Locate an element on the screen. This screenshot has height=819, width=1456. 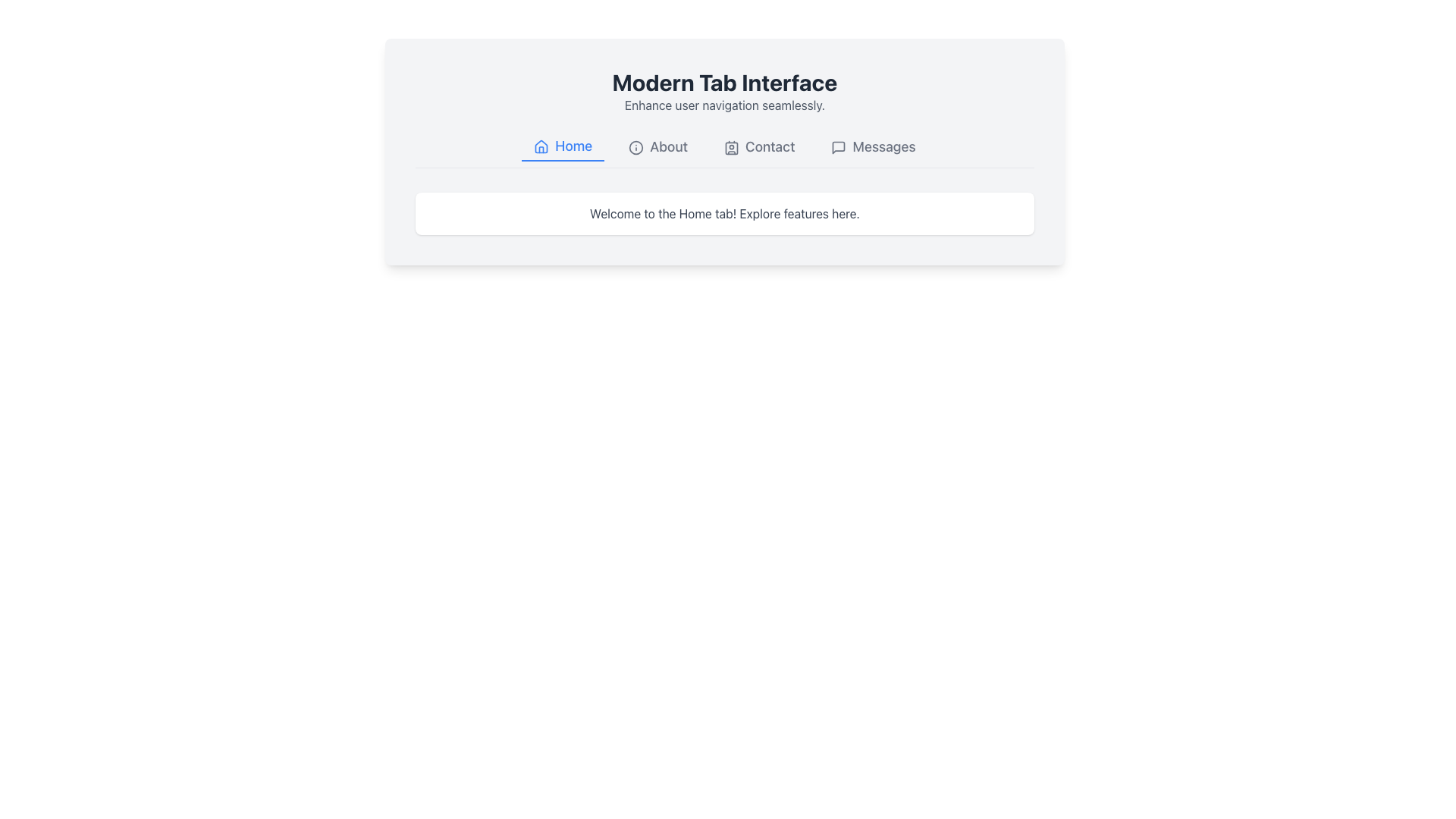
textual title 'Modern Tab Interface' which is bold, large, and dark gray on a light gray background, positioned at the top of the interface is located at coordinates (723, 82).